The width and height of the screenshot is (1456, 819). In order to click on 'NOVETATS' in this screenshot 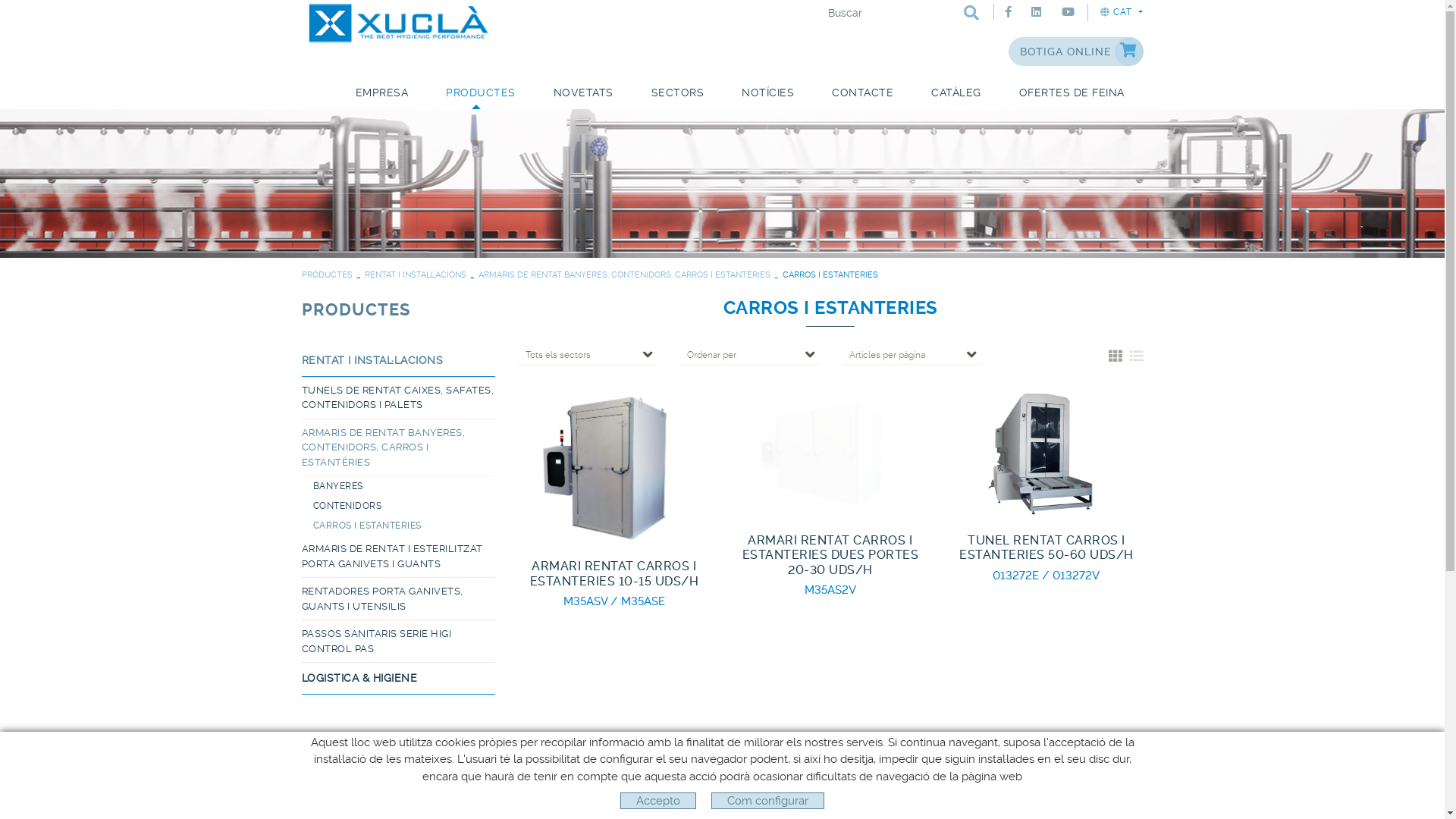, I will do `click(582, 93)`.